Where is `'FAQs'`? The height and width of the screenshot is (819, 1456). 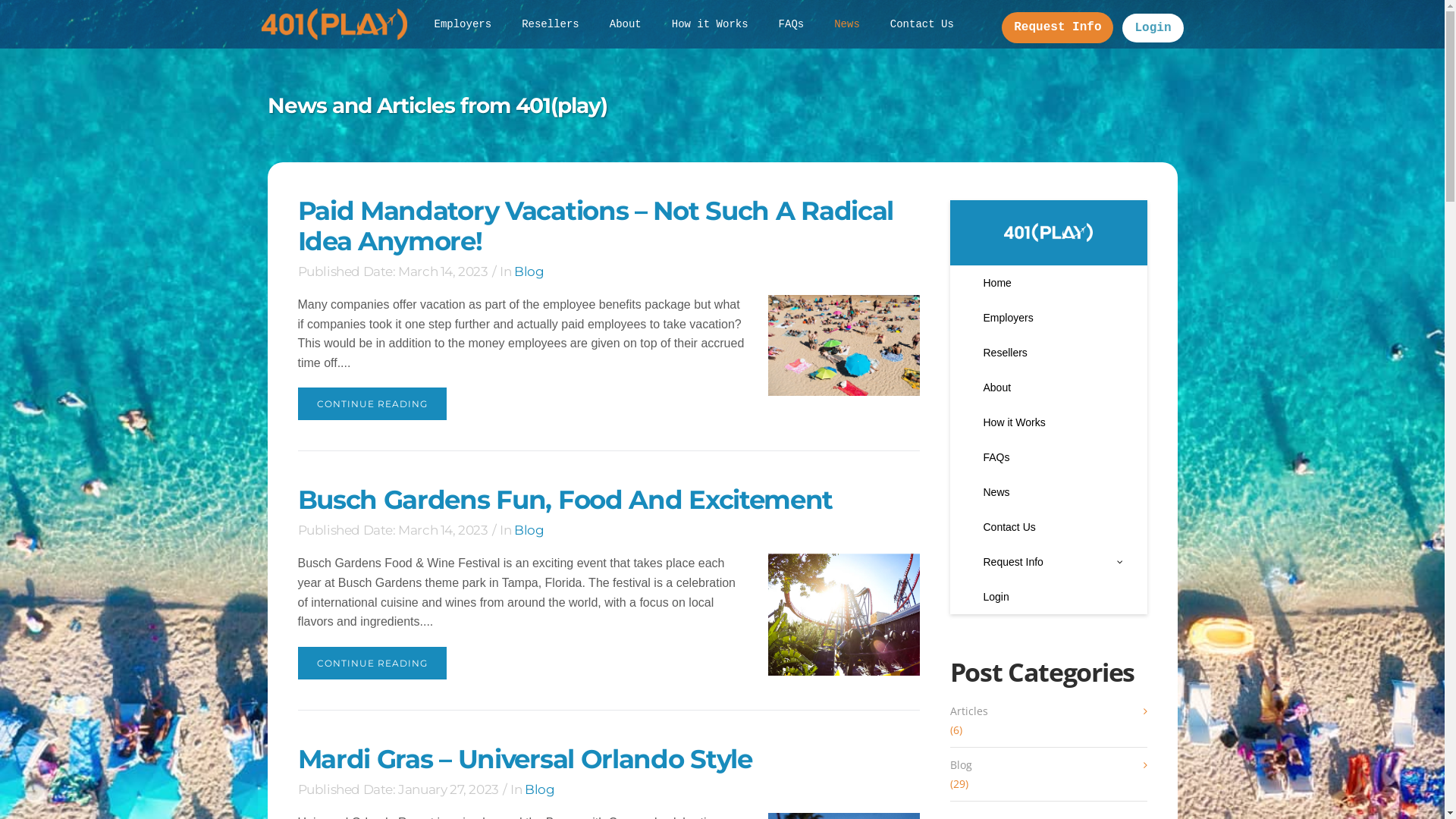 'FAQs' is located at coordinates (1047, 456).